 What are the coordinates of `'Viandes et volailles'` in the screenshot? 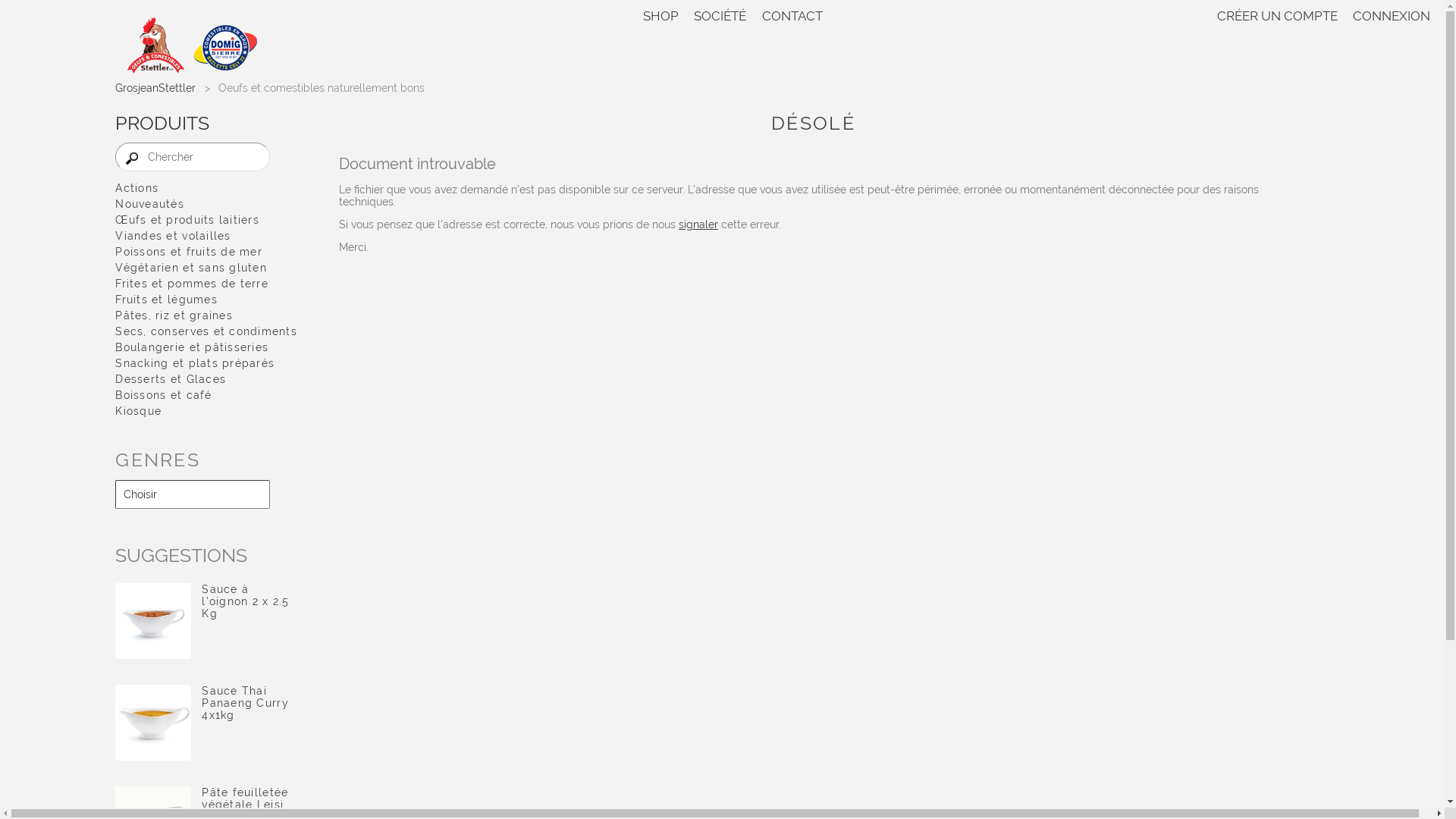 It's located at (206, 236).